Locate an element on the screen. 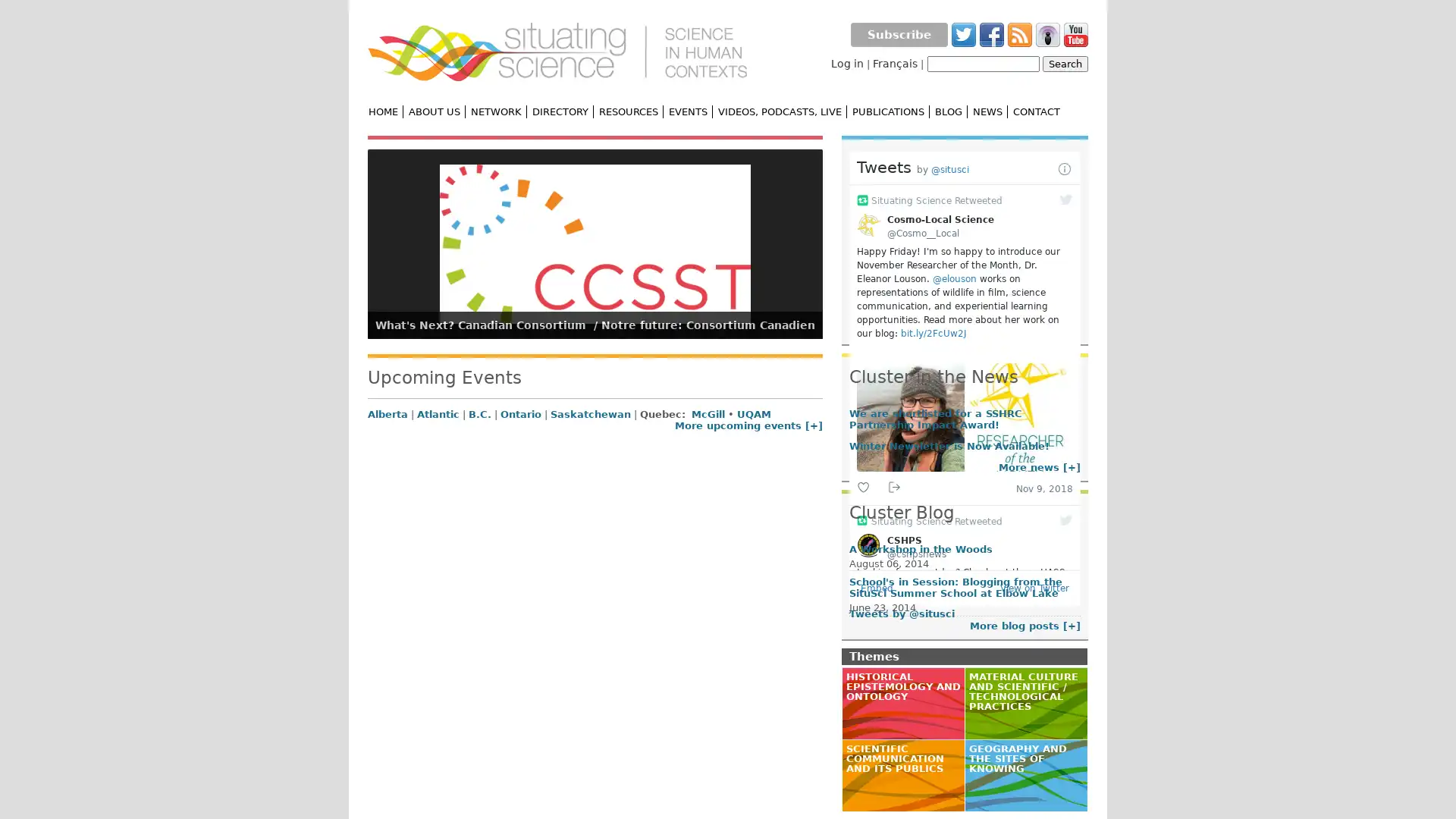 The height and width of the screenshot is (819, 1456). Search is located at coordinates (1065, 63).